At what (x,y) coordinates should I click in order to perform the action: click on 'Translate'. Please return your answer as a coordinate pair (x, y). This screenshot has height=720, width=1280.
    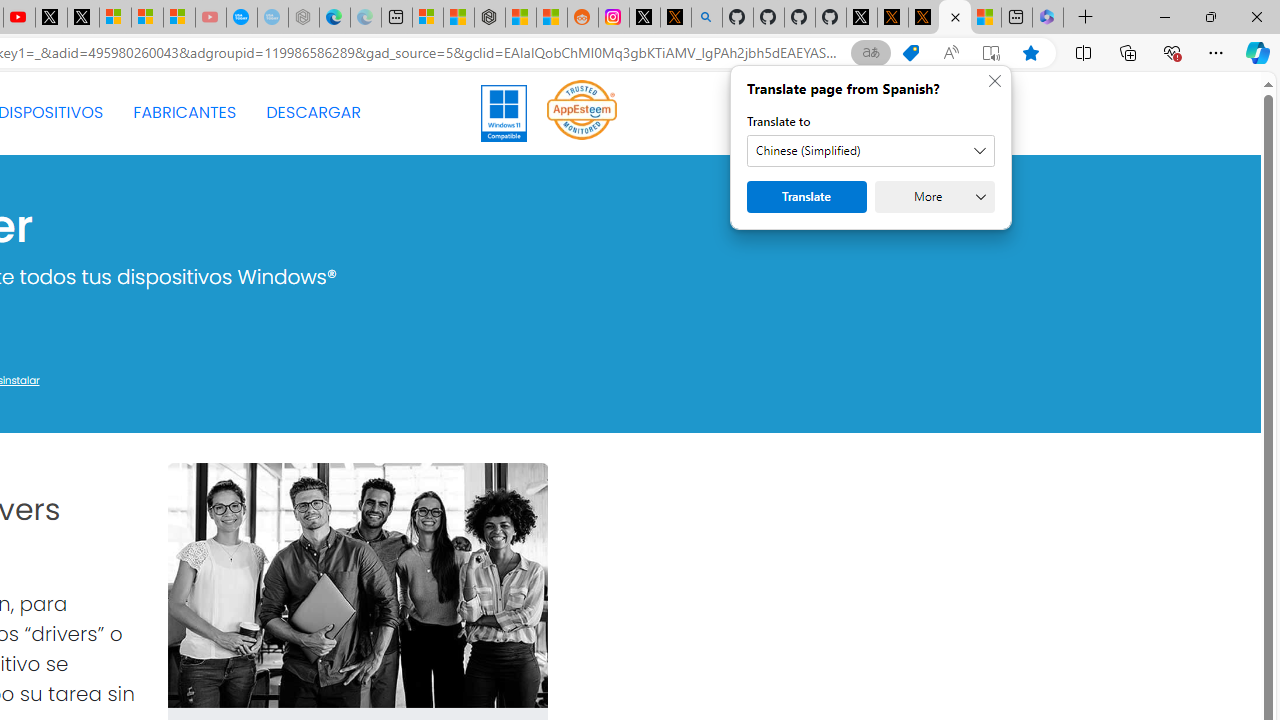
    Looking at the image, I should click on (807, 196).